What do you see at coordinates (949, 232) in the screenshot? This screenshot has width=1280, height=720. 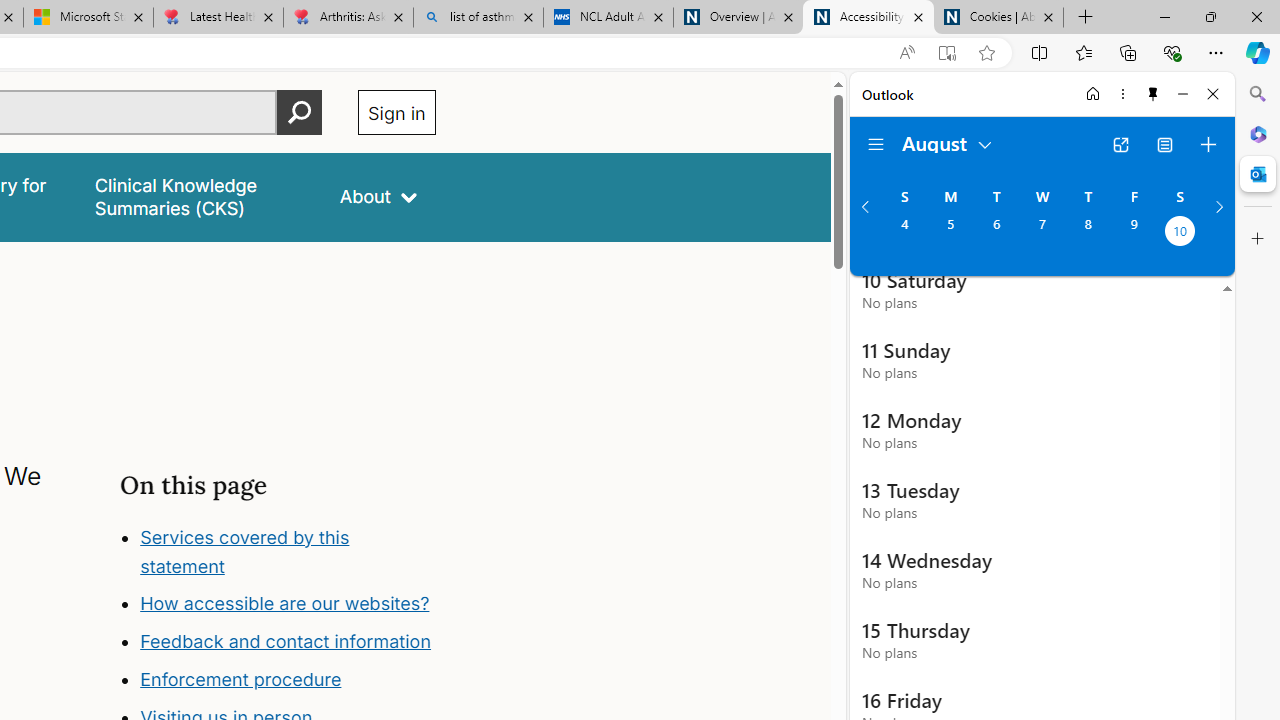 I see `'Monday, August 5, 2024. '` at bounding box center [949, 232].